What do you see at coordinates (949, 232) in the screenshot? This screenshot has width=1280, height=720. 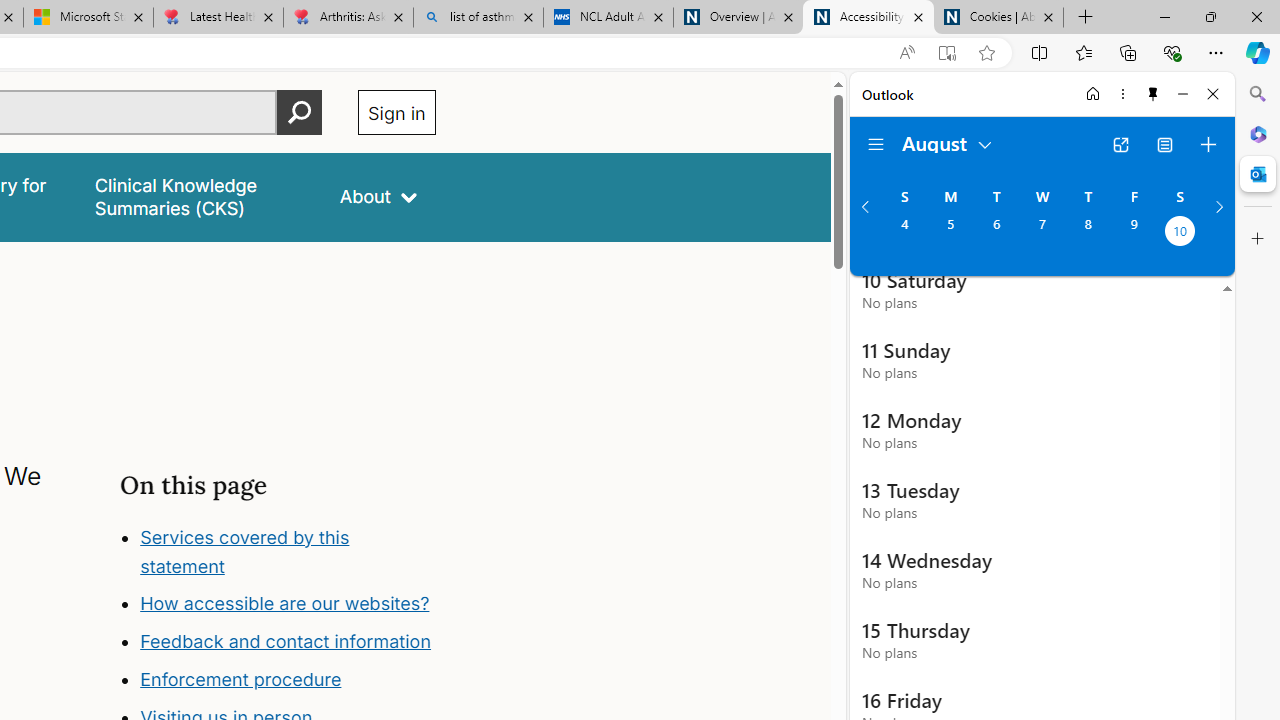 I see `'Monday, August 5, 2024. '` at bounding box center [949, 232].